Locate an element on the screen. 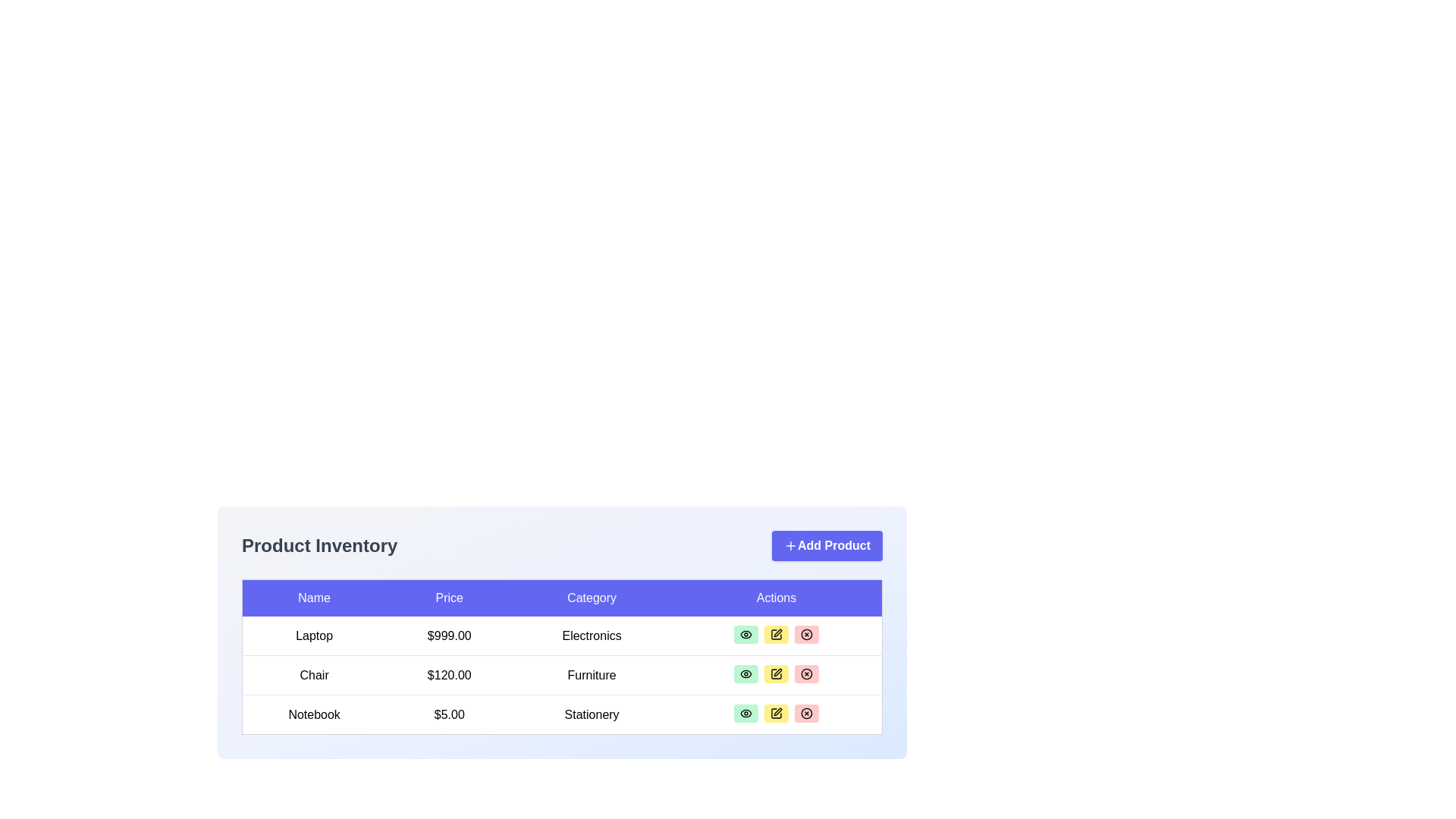 The image size is (1456, 819). the icon that represents the action of adding a new product, located to the left of the 'Add Product' button text in the top-right of the user interface is located at coordinates (789, 546).